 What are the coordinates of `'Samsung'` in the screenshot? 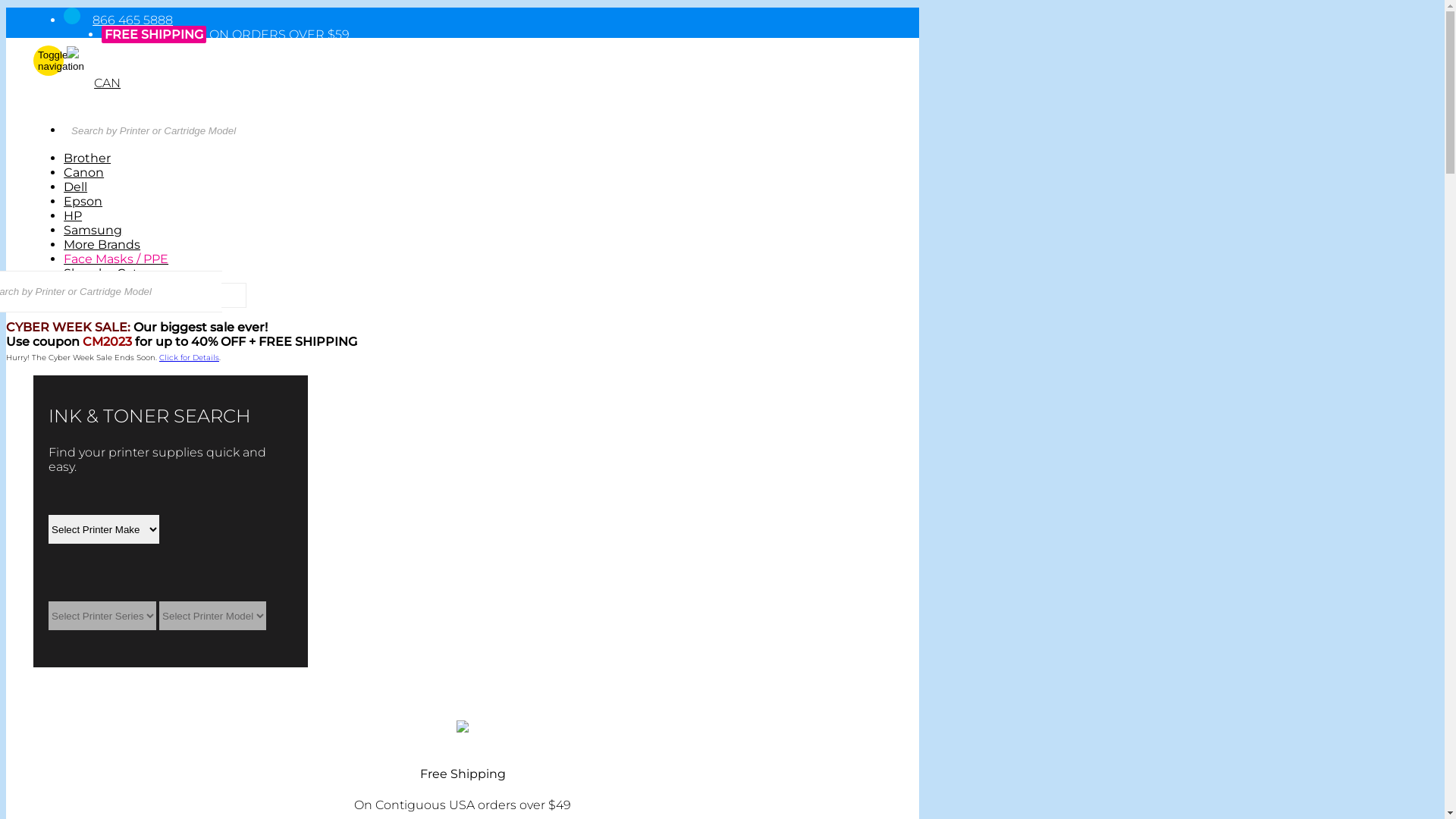 It's located at (92, 230).